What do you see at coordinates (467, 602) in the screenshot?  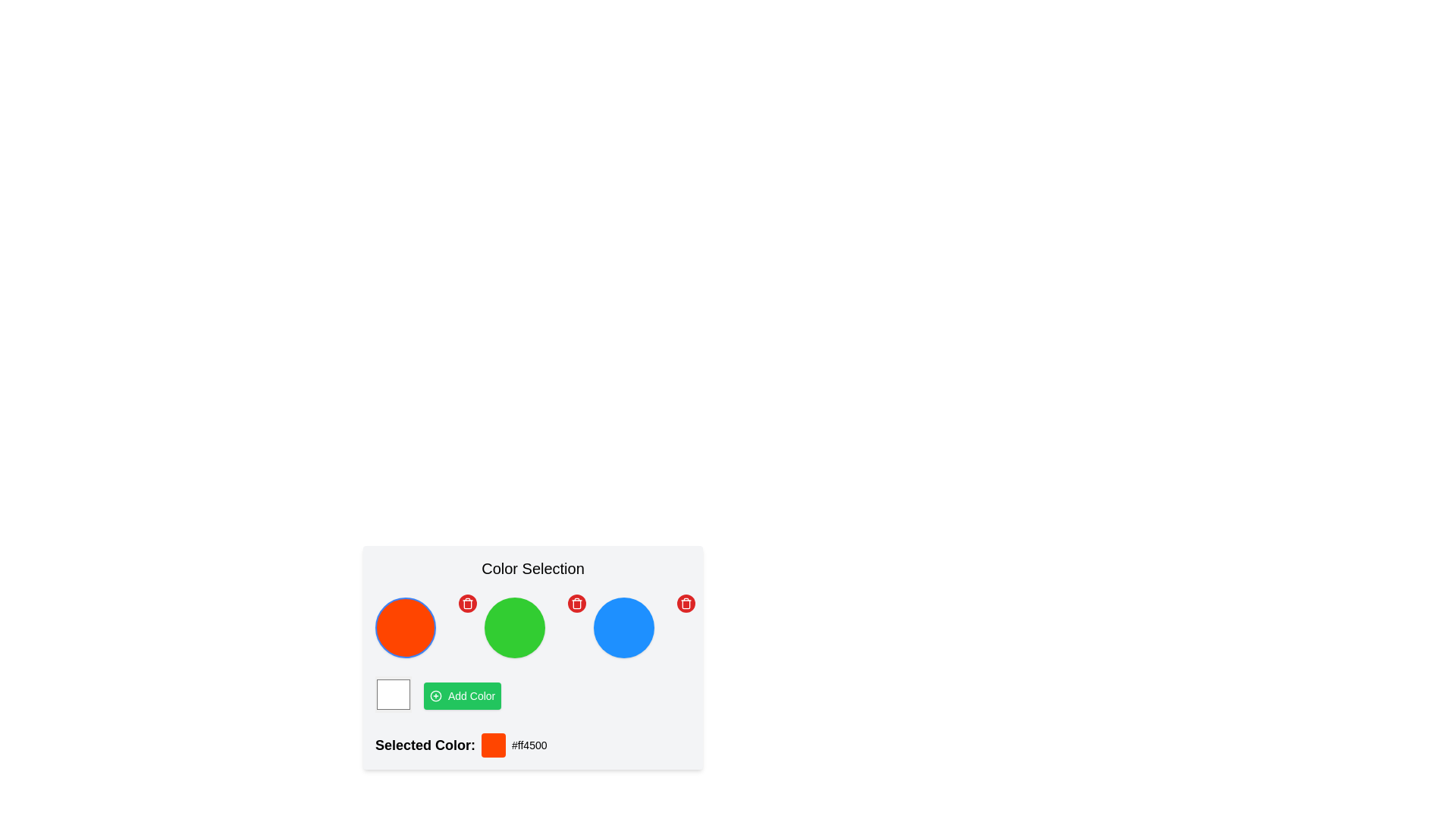 I see `the delete button with an icon located near the upper-right corner of the circular orange element` at bounding box center [467, 602].